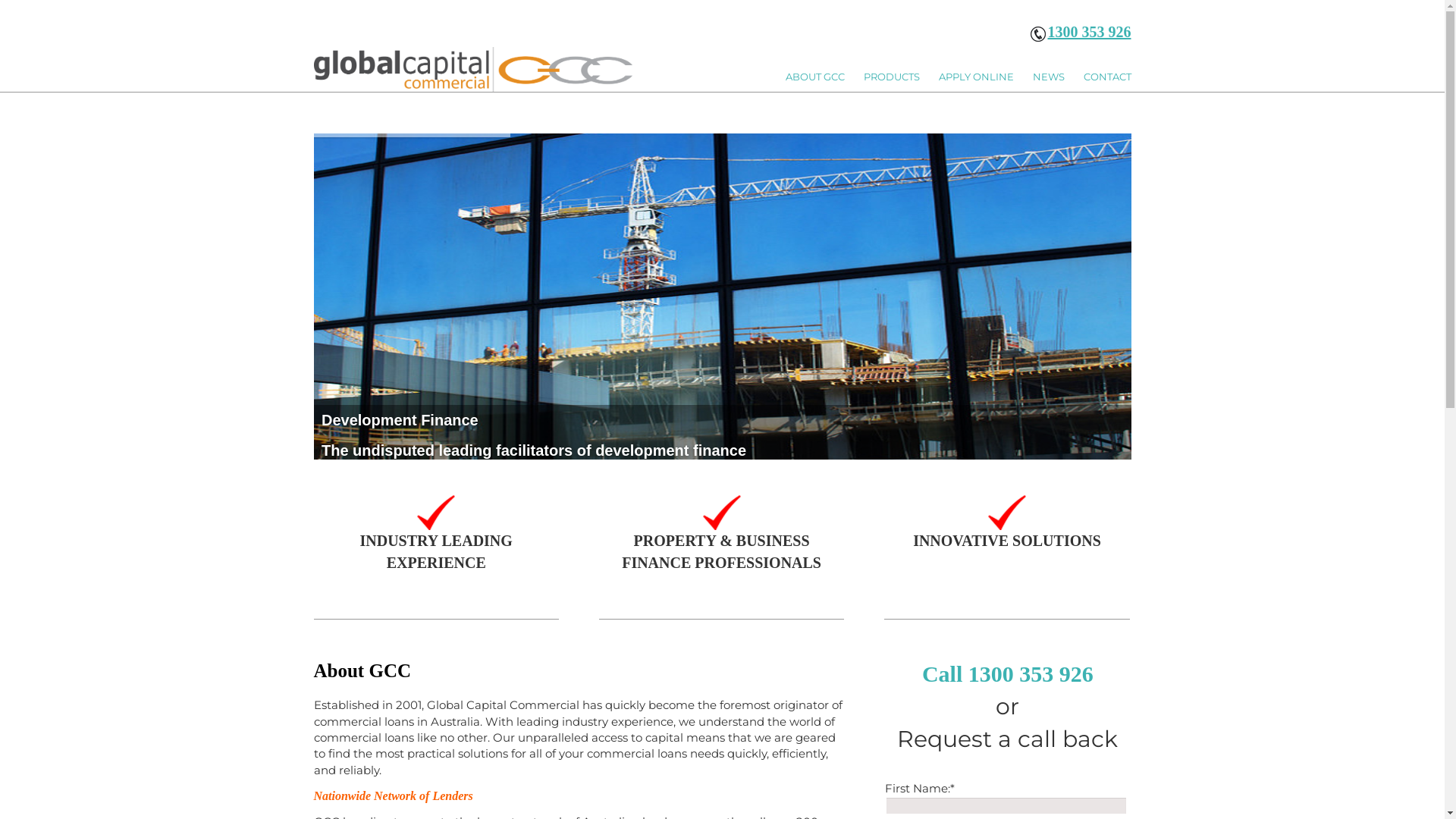 Image resolution: width=1456 pixels, height=819 pixels. I want to click on 'NEWS', so click(1057, 76).